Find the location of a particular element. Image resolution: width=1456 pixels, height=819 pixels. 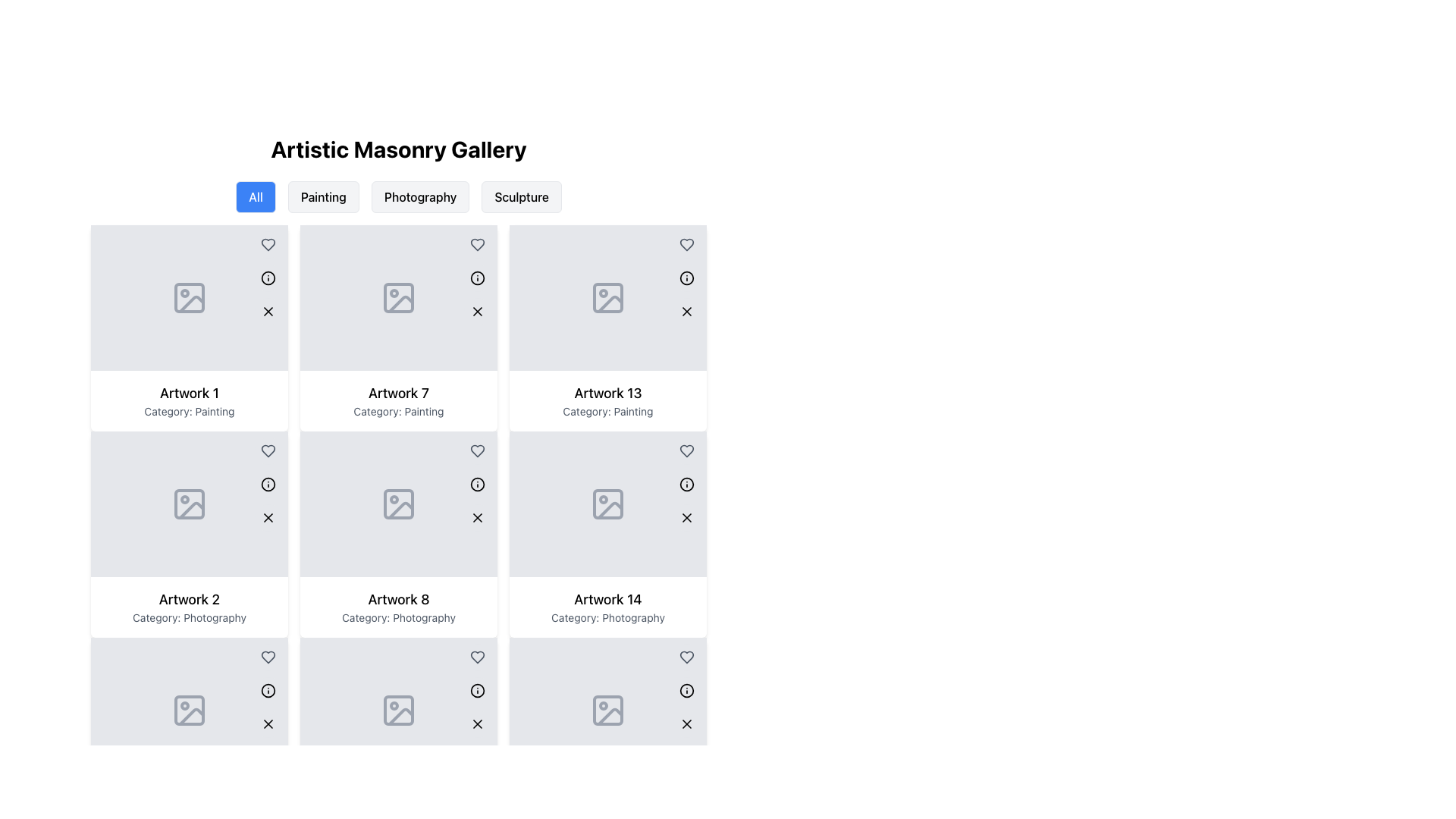

the delete button located at the top-right corner of the 'Artwork 8: Category: Photography' tile is located at coordinates (476, 516).